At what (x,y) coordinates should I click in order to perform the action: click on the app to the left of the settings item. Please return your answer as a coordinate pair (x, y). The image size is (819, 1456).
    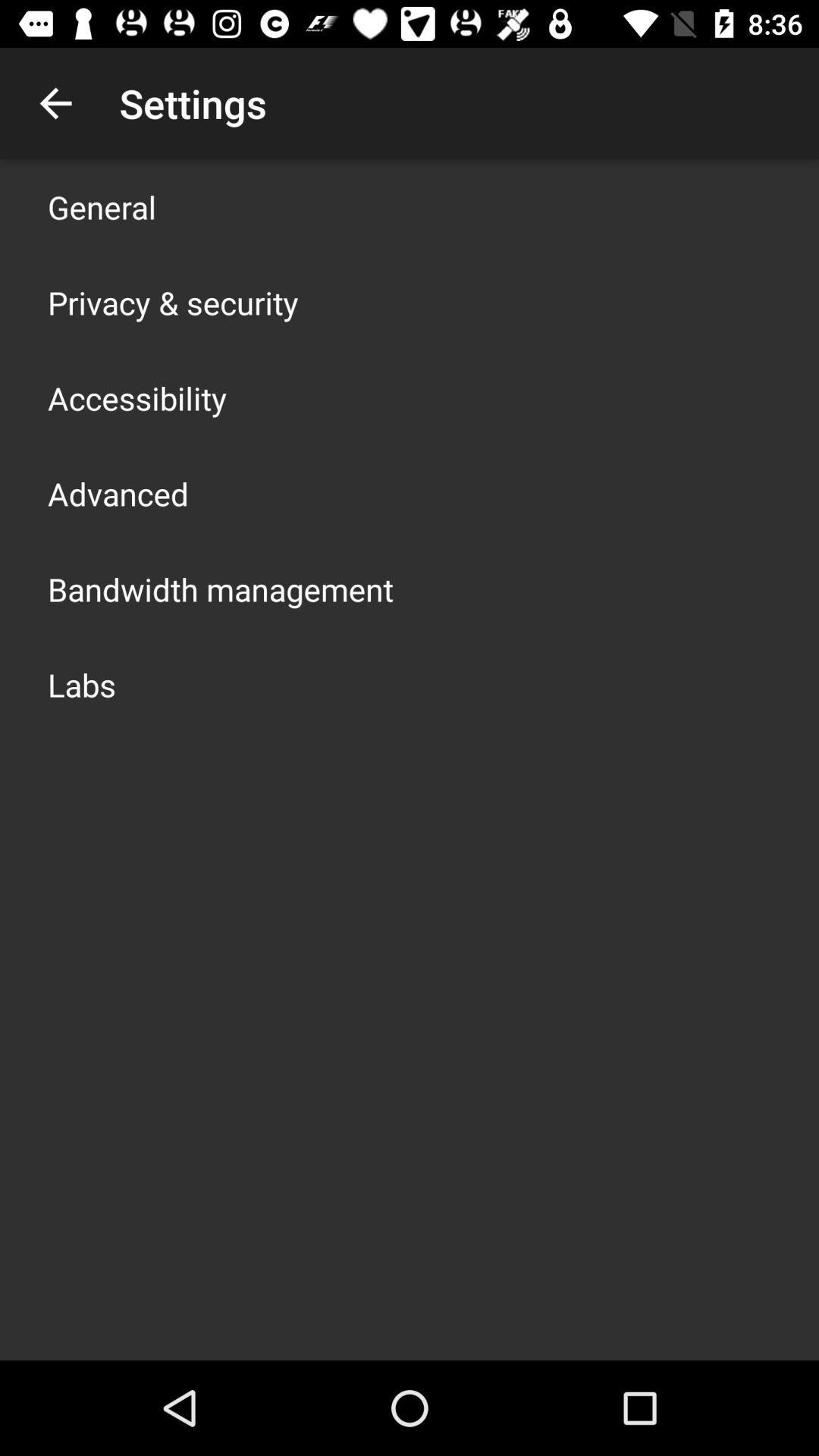
    Looking at the image, I should click on (55, 102).